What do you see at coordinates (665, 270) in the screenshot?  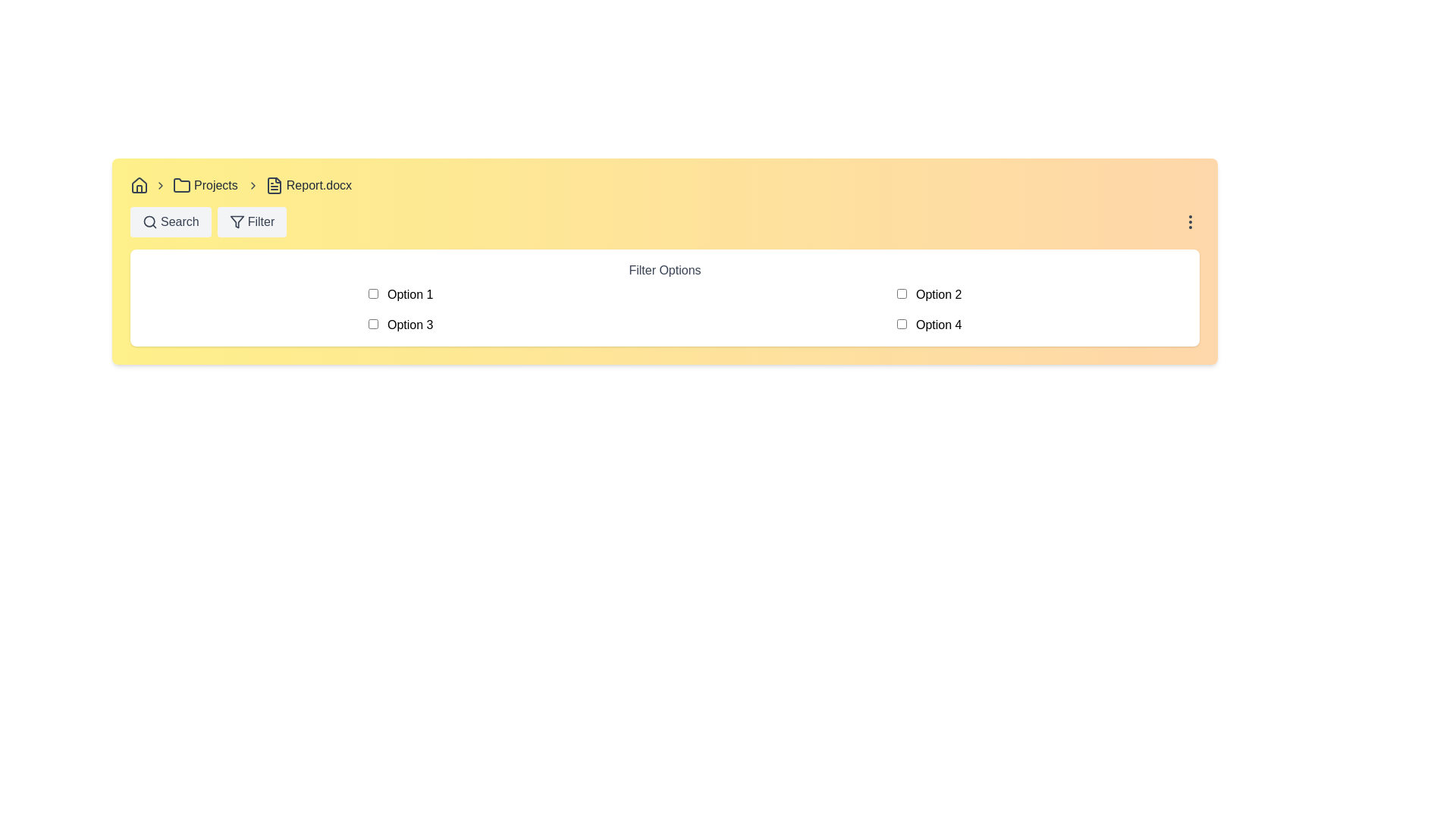 I see `the 'Filter Options' header text, which is styled in gray color and bold, positioned at the top of a section with selectable options` at bounding box center [665, 270].